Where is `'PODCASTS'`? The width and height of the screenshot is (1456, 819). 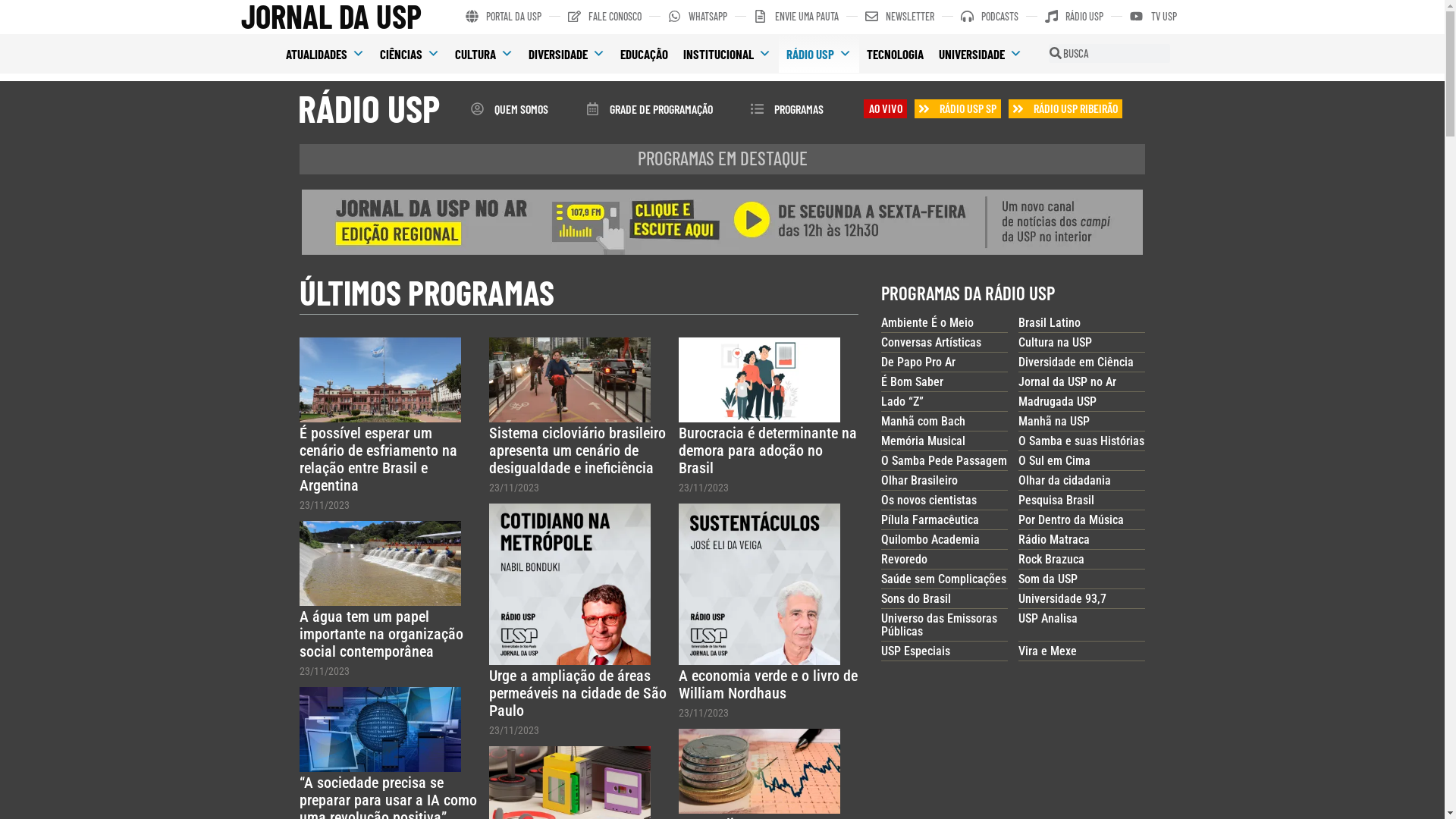 'PODCASTS' is located at coordinates (990, 16).